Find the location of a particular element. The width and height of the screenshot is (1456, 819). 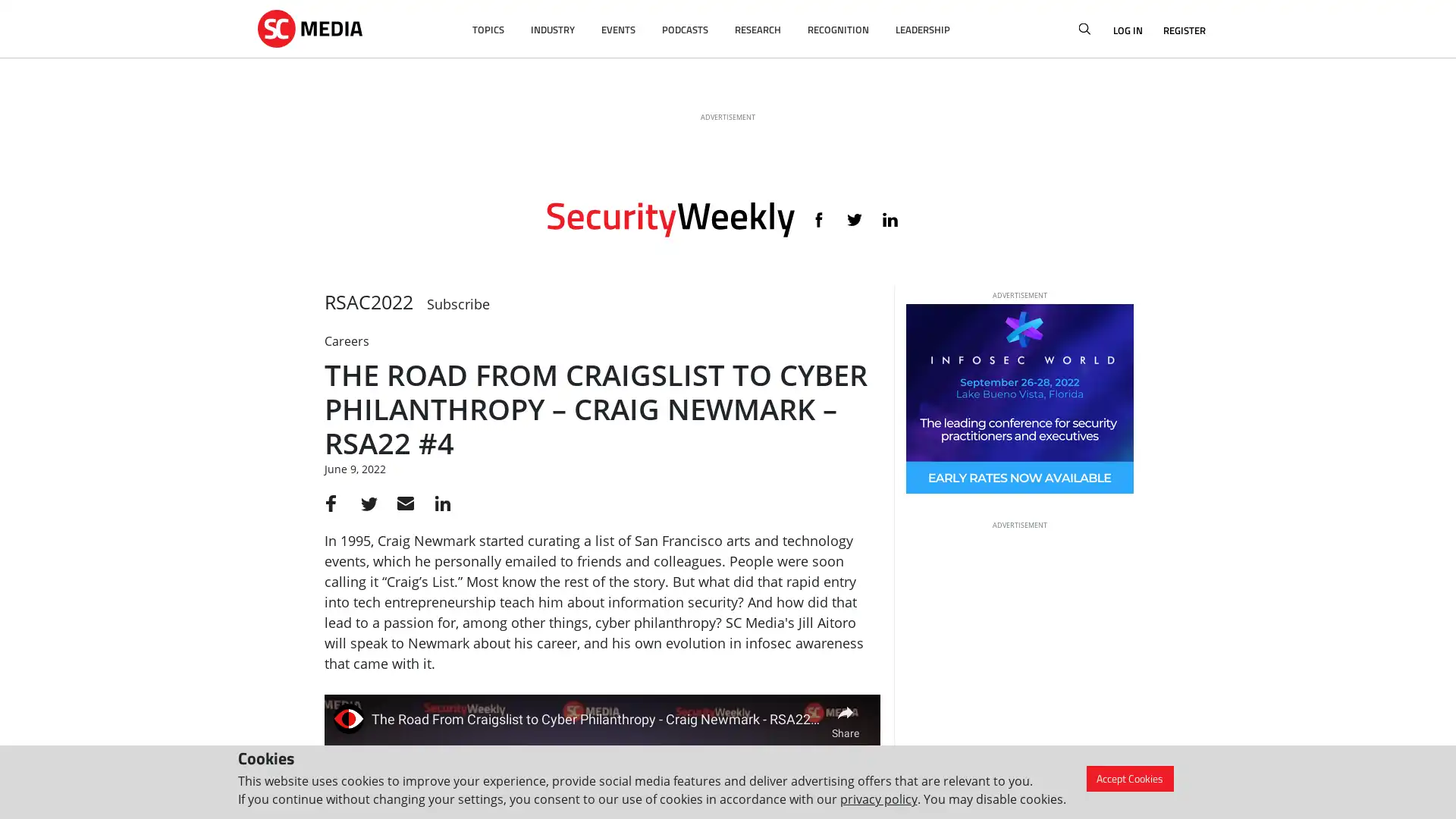

RECOGNITION is located at coordinates (836, 30).